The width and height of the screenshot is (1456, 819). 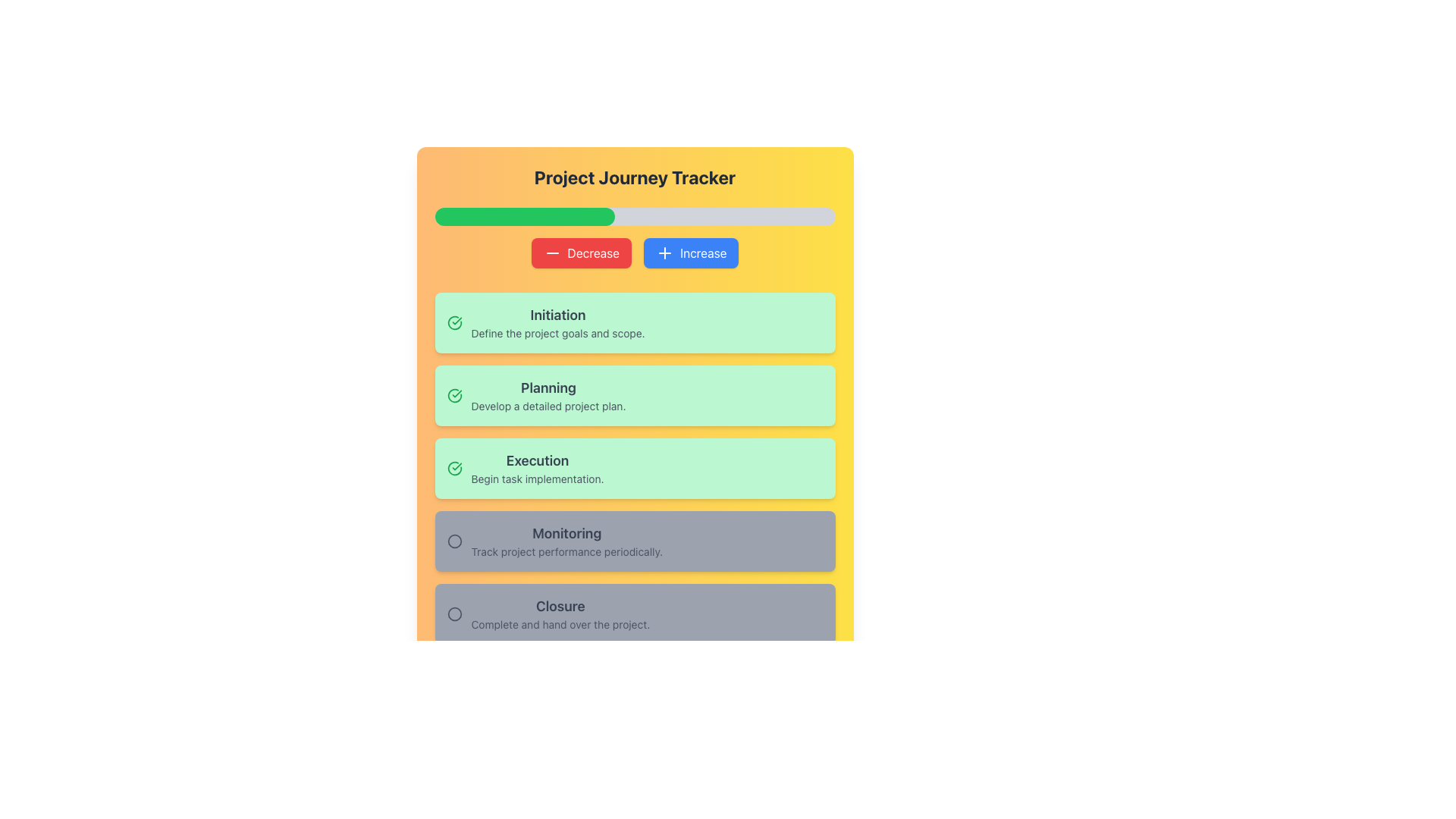 What do you see at coordinates (453, 322) in the screenshot?
I see `the green curved line segment that forms part of the checkmark SVG graphic located within the 'Planning' block` at bounding box center [453, 322].